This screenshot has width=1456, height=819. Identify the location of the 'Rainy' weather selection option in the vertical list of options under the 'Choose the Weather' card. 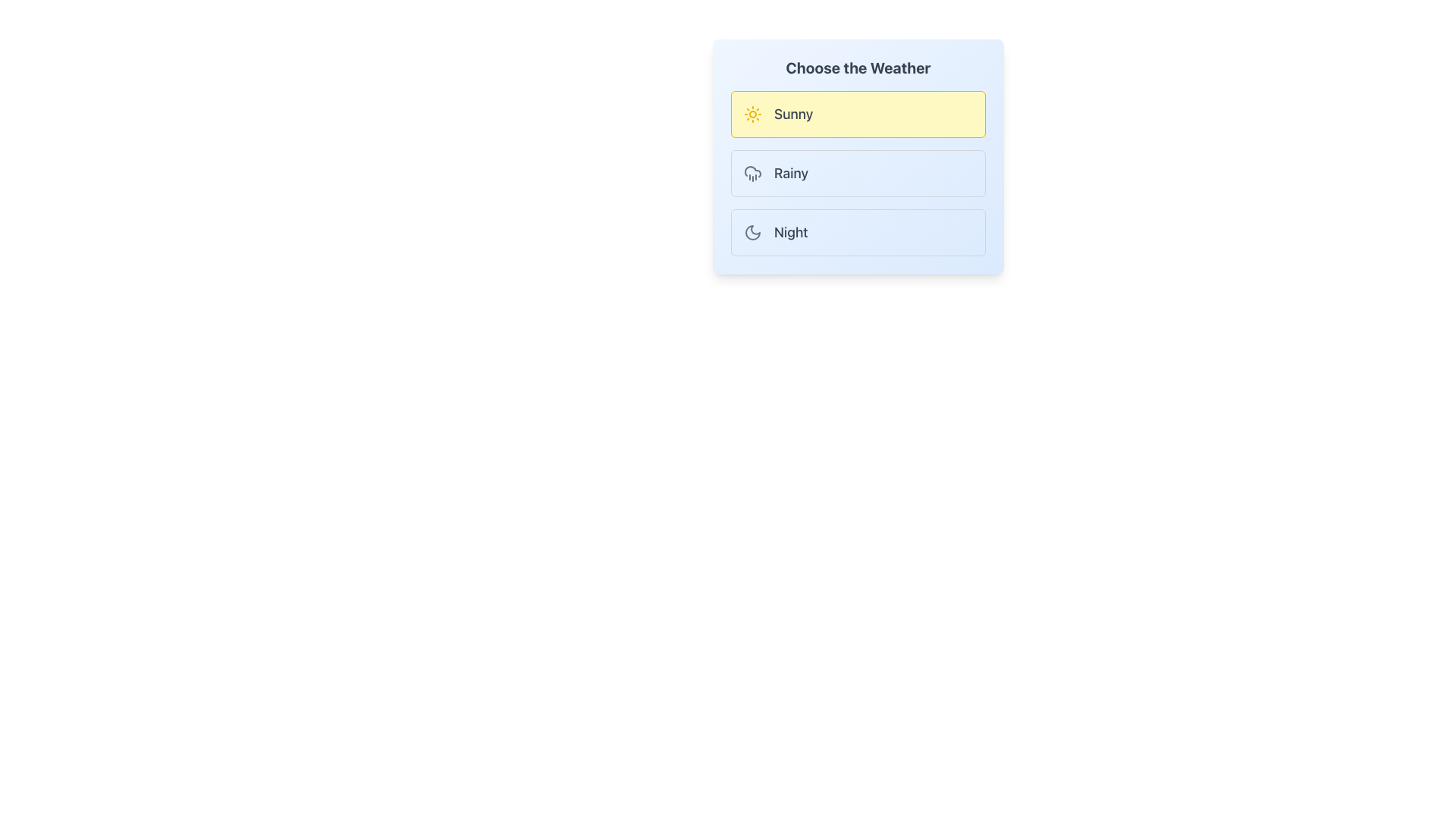
(858, 157).